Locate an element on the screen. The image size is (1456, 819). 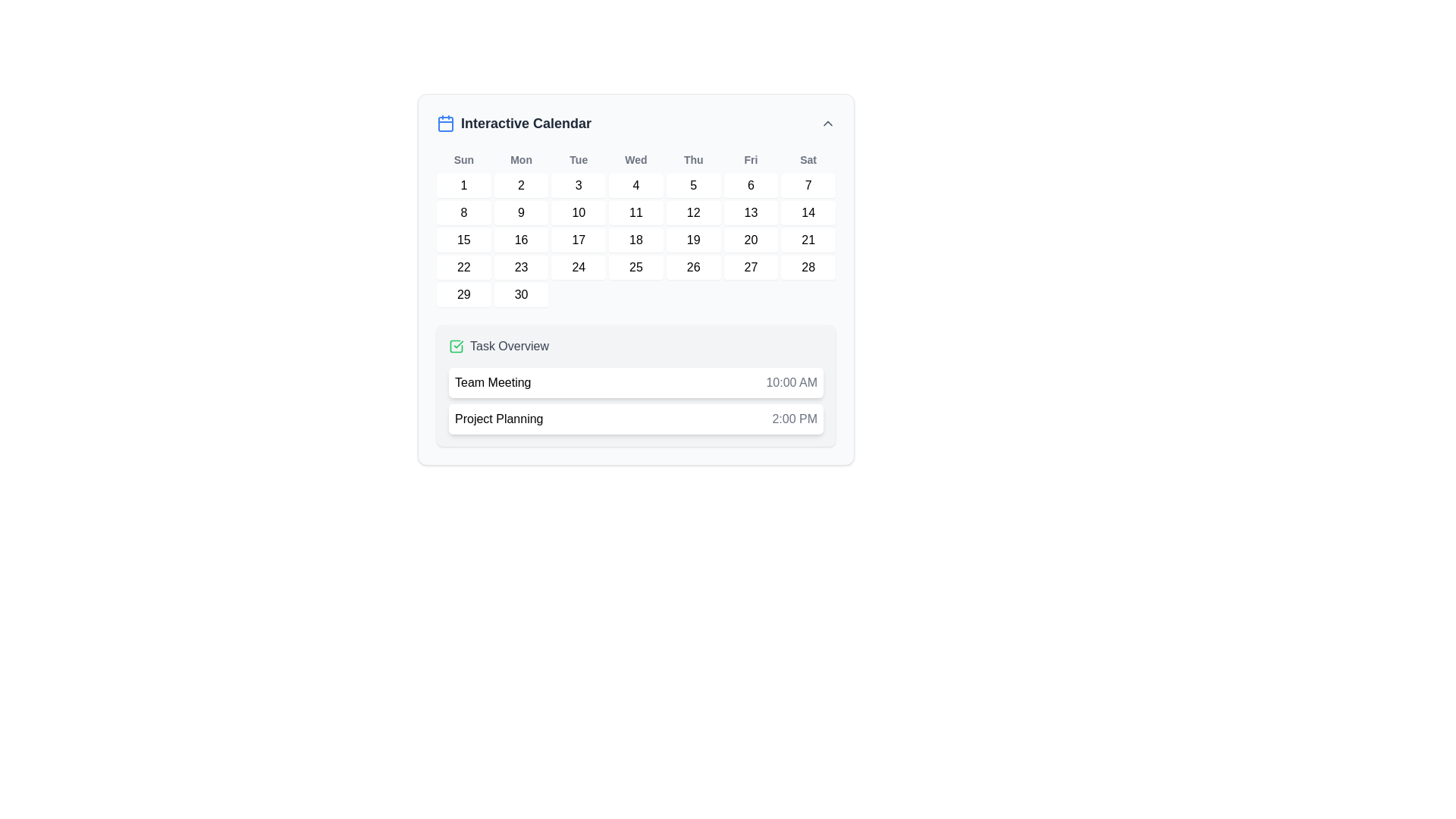
the white, square-shaped button with the number '15' in bold, black text, located in the third row and first column of the calendar grid under 'Interactive Calendar' is located at coordinates (463, 239).